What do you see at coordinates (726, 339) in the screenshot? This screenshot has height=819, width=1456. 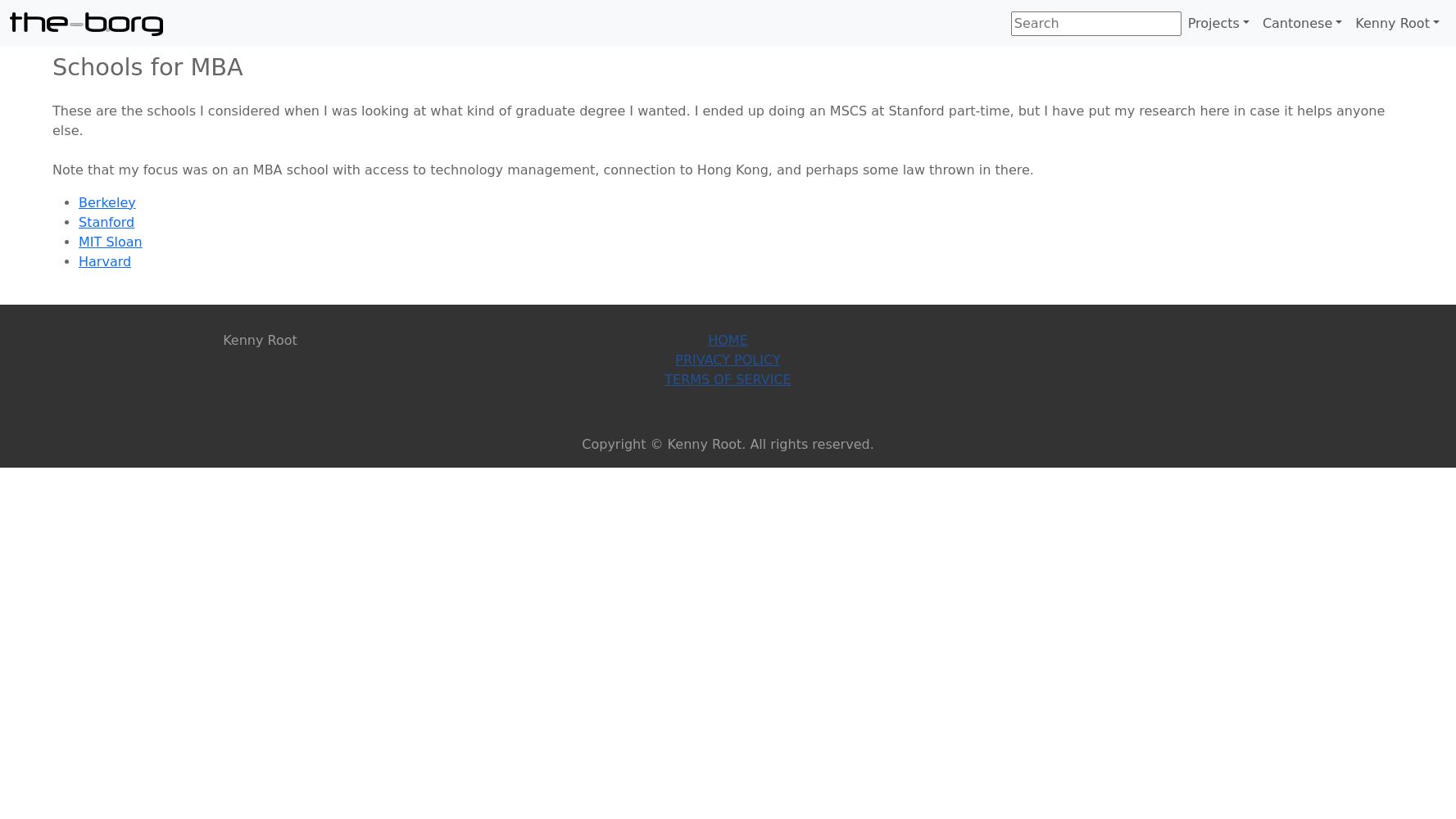 I see `'Home'` at bounding box center [726, 339].